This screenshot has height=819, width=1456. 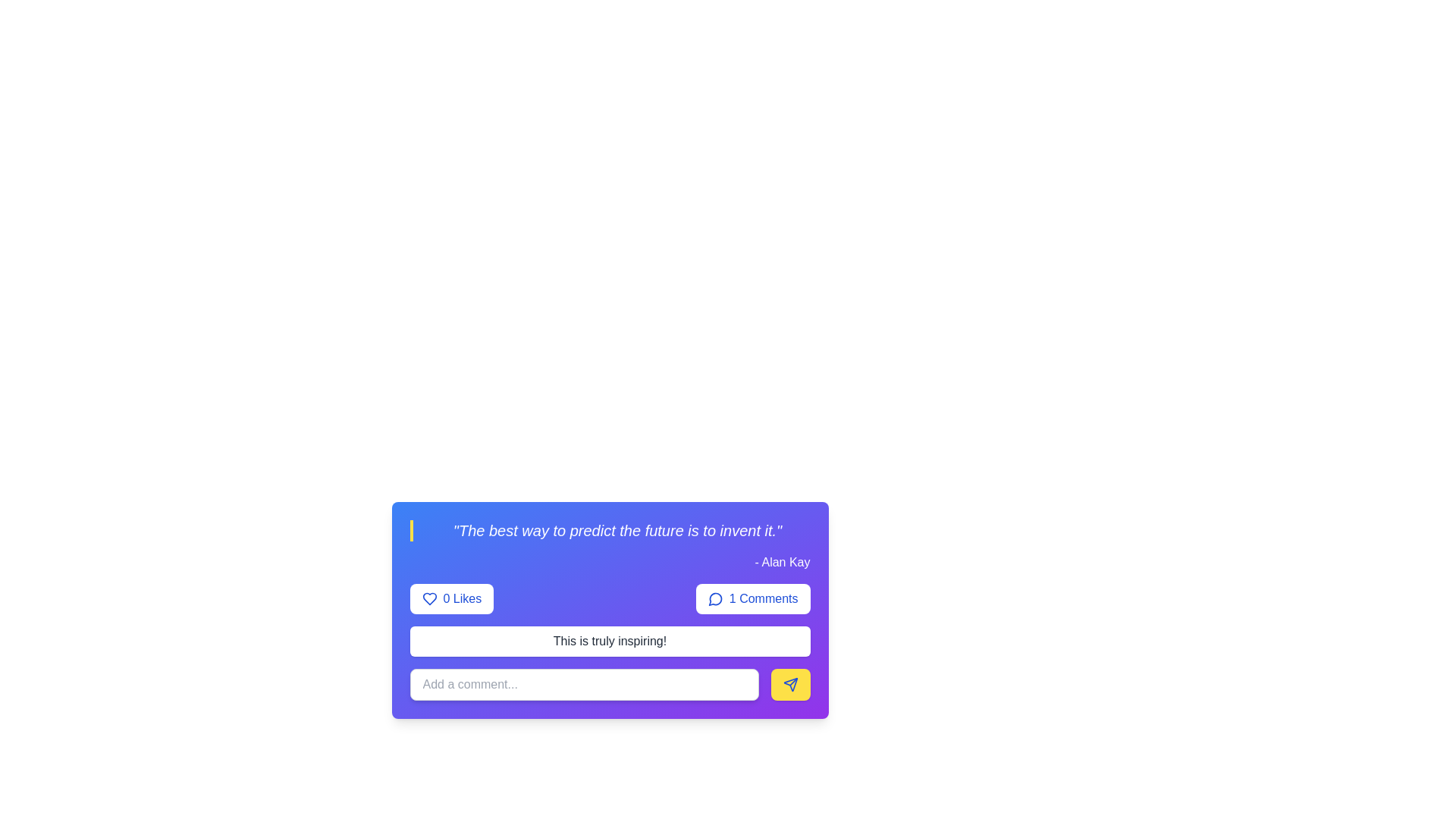 What do you see at coordinates (789, 684) in the screenshot?
I see `the send button located in the bottom-right corner of the input bar, which is represented by a paper airplane icon, for visual feedback` at bounding box center [789, 684].